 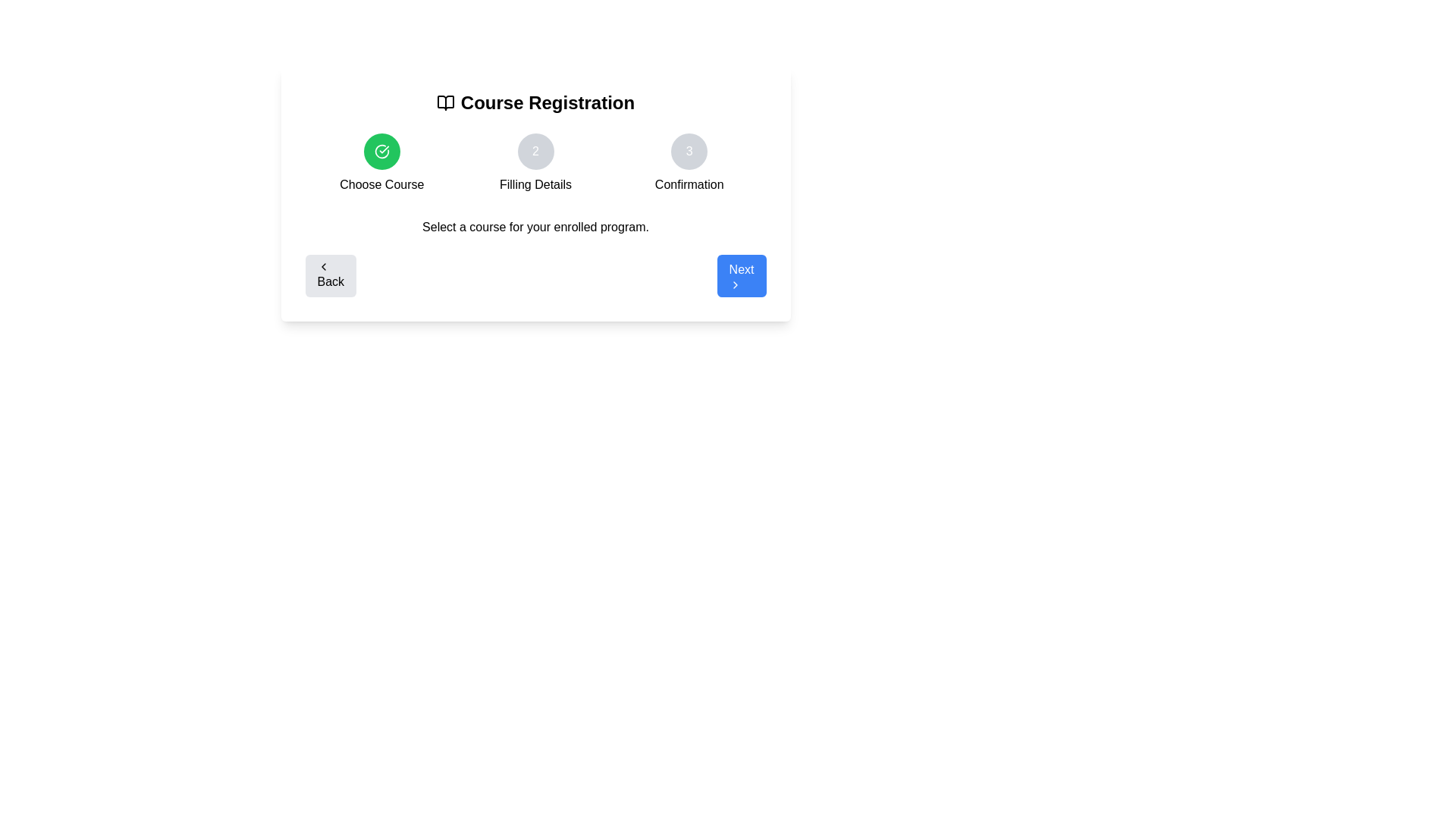 What do you see at coordinates (535, 164) in the screenshot?
I see `the Step Indicator element, which features a circular icon with the number '2' and the label 'Filling Details' below it, indicating the second step in the process` at bounding box center [535, 164].